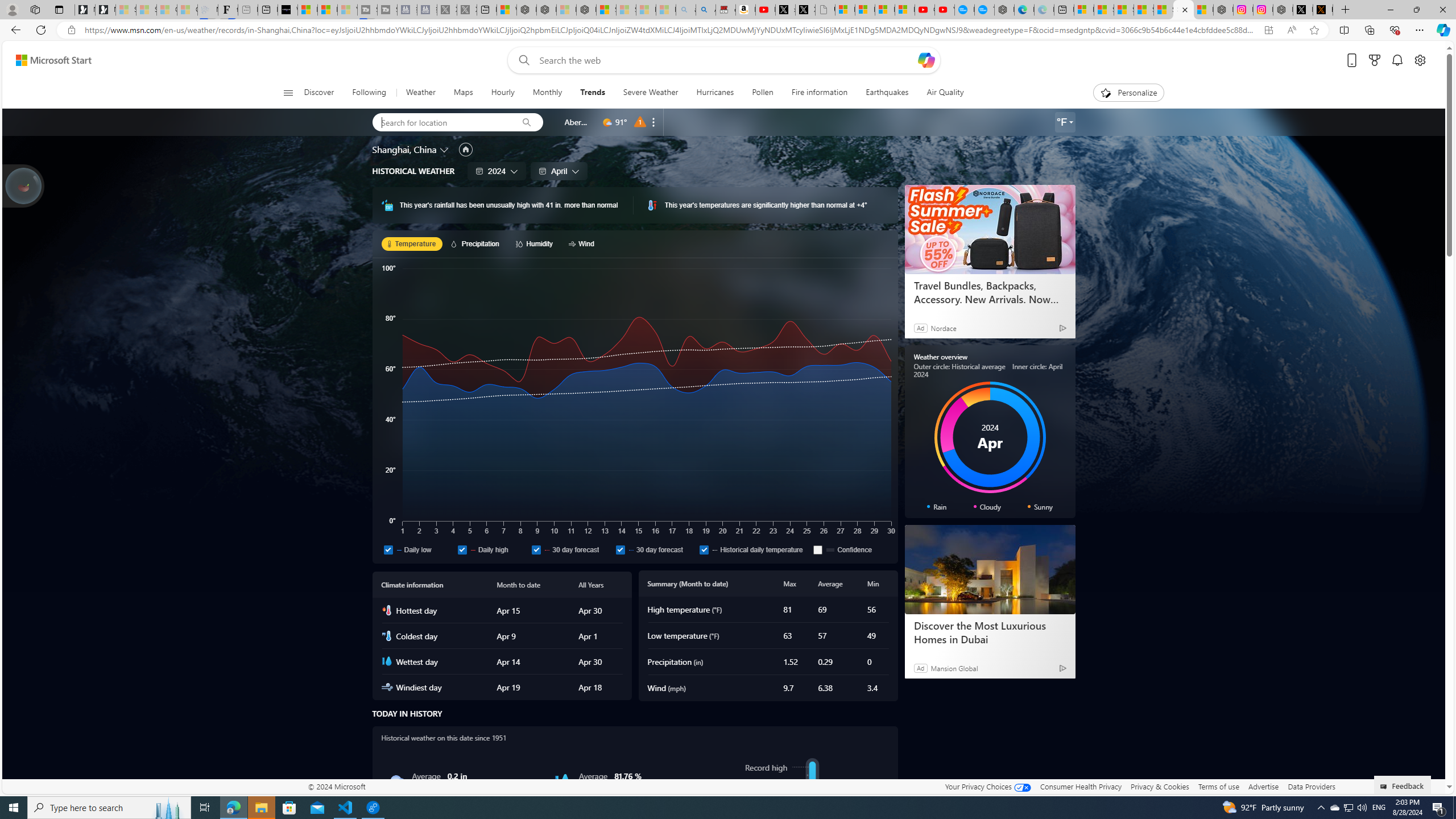 Image resolution: width=1456 pixels, height=819 pixels. Describe the element at coordinates (1310, 786) in the screenshot. I see `'Data Providers'` at that location.